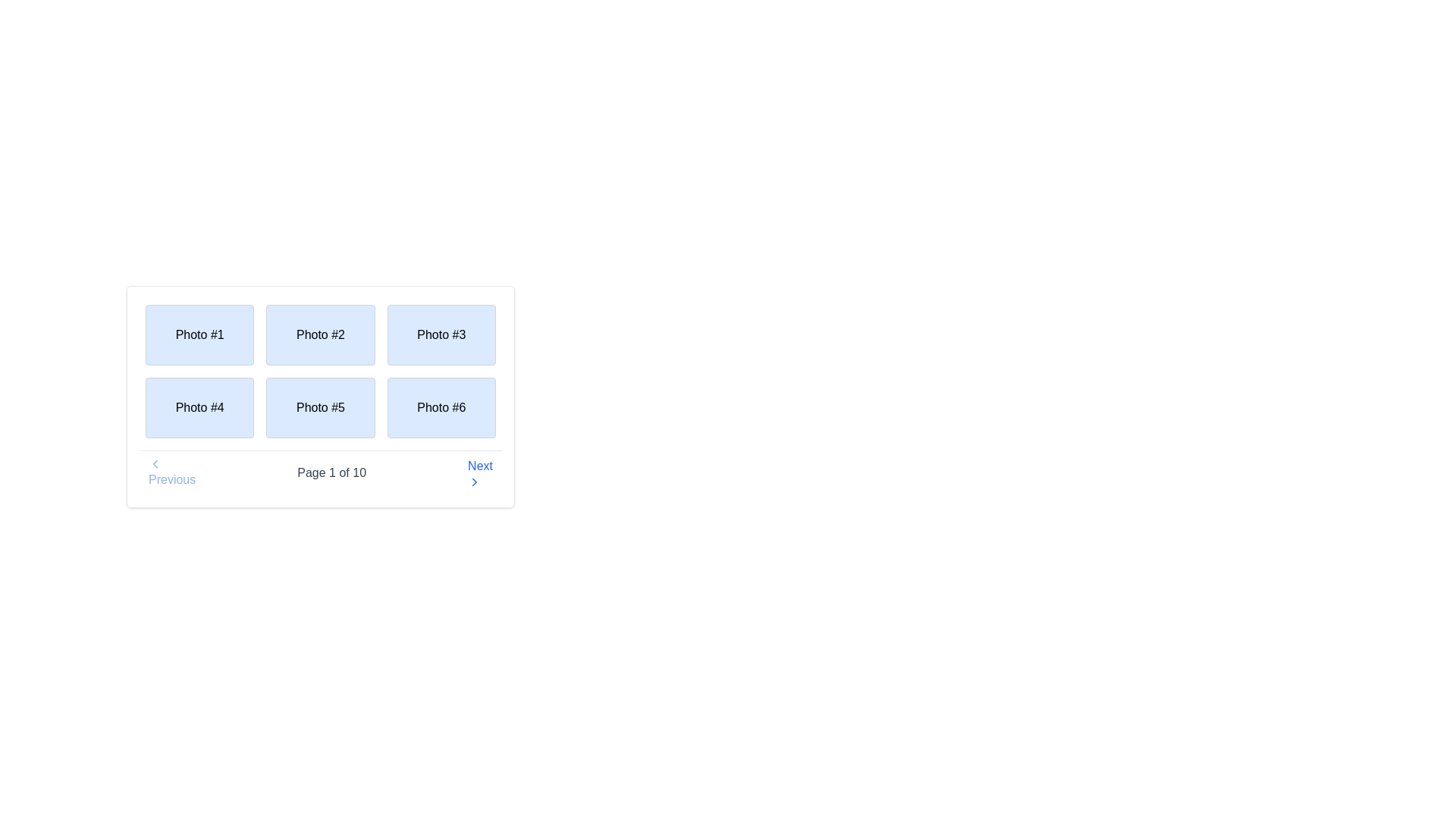  I want to click on the button representing the fifth photo in the grid layout, so click(319, 406).